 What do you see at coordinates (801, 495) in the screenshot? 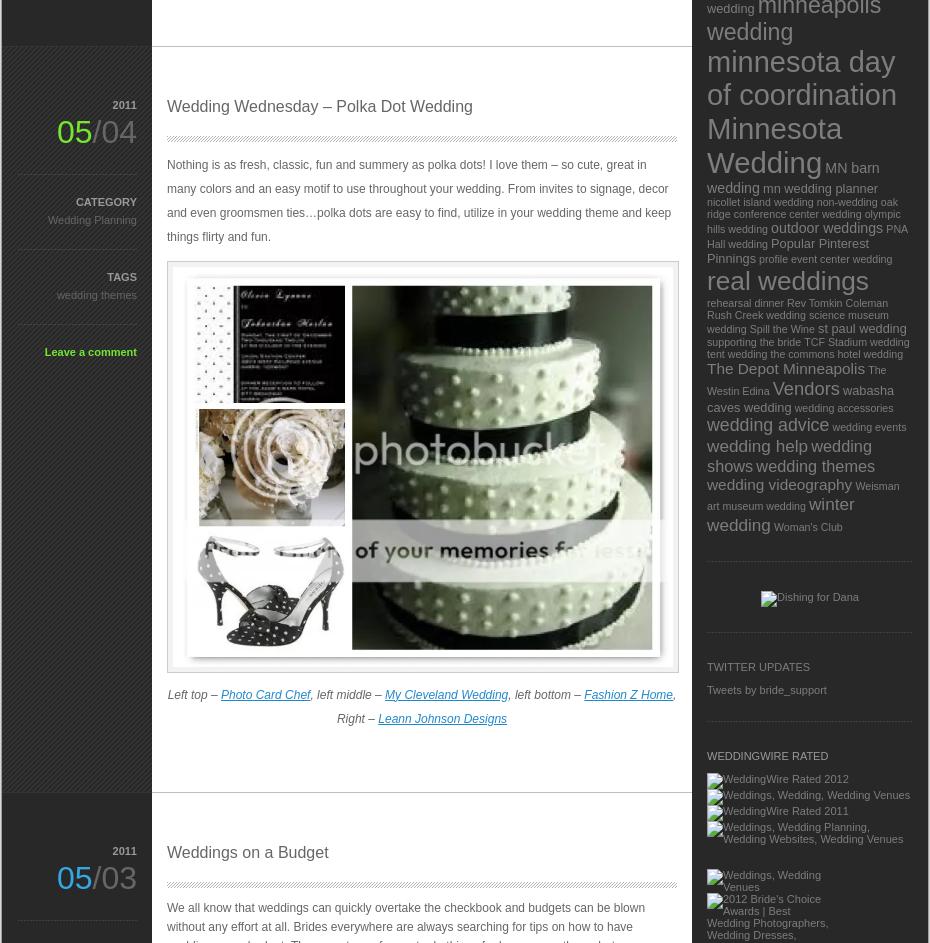
I see `'Weisman art museum wedding'` at bounding box center [801, 495].